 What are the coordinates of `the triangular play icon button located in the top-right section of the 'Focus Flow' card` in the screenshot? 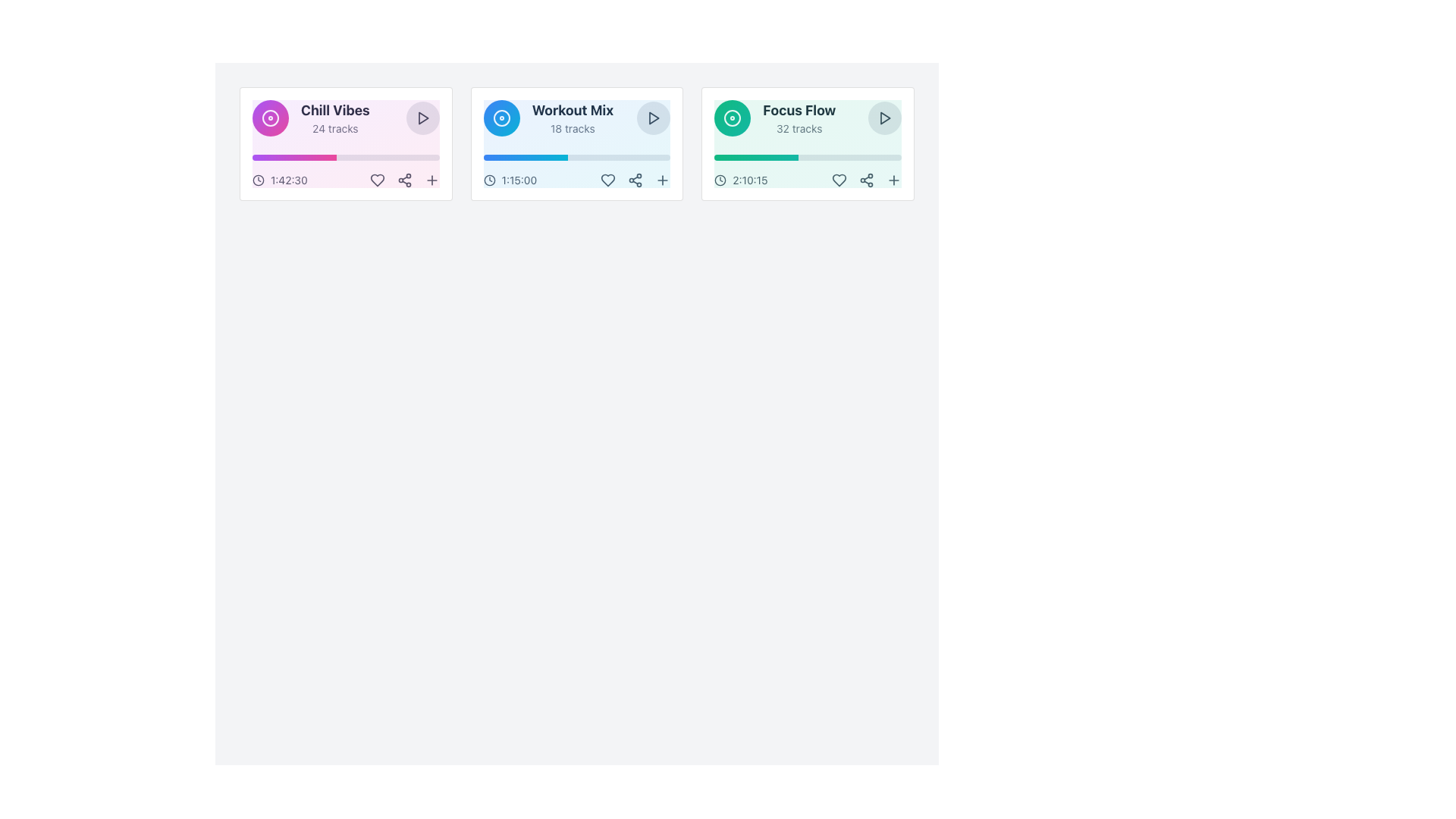 It's located at (884, 117).